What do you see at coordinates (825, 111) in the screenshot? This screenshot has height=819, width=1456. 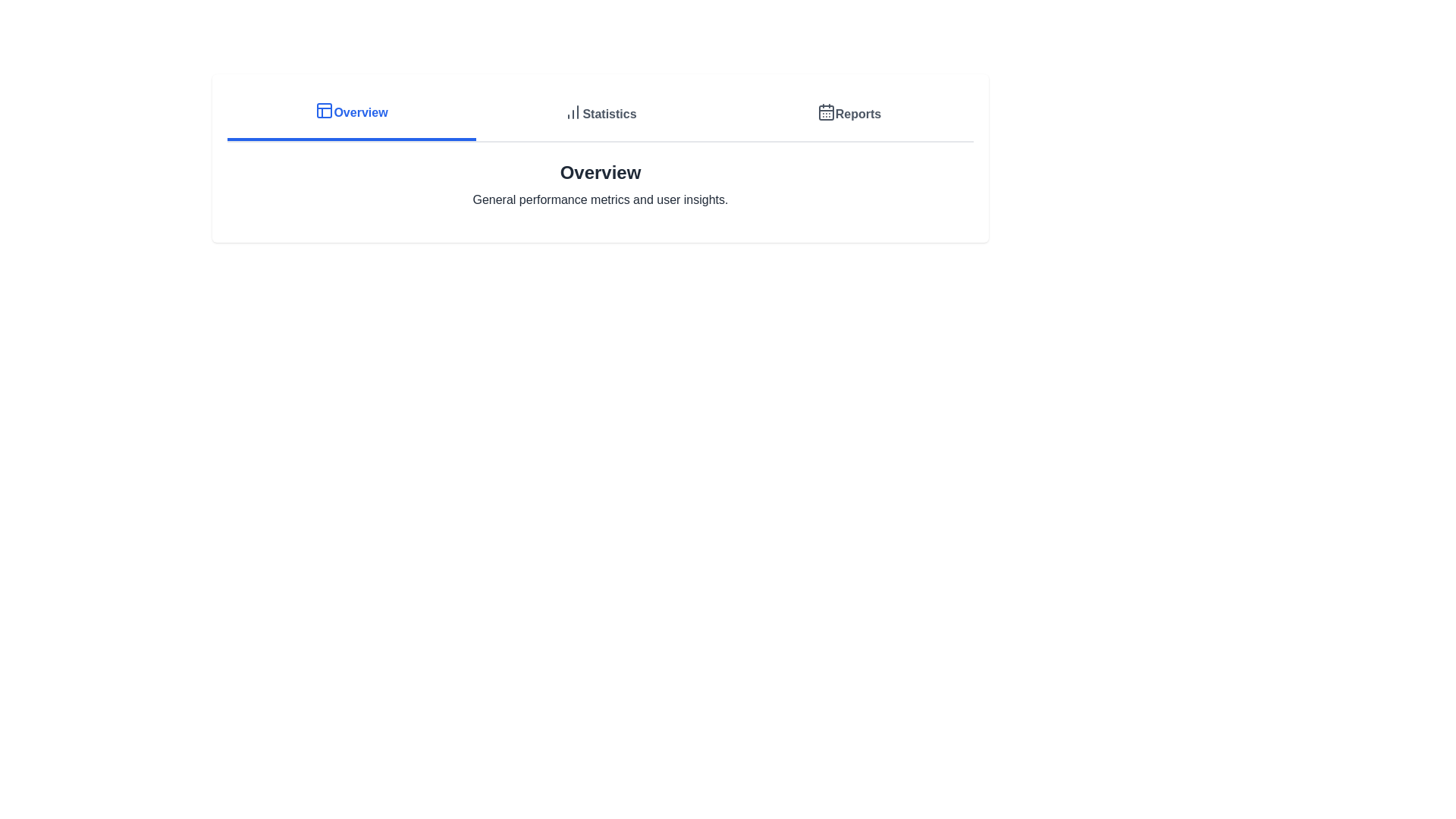 I see `the calendar icon, which is a minimalistic line-art design located next to the text label 'Reports' in the navigation bar` at bounding box center [825, 111].